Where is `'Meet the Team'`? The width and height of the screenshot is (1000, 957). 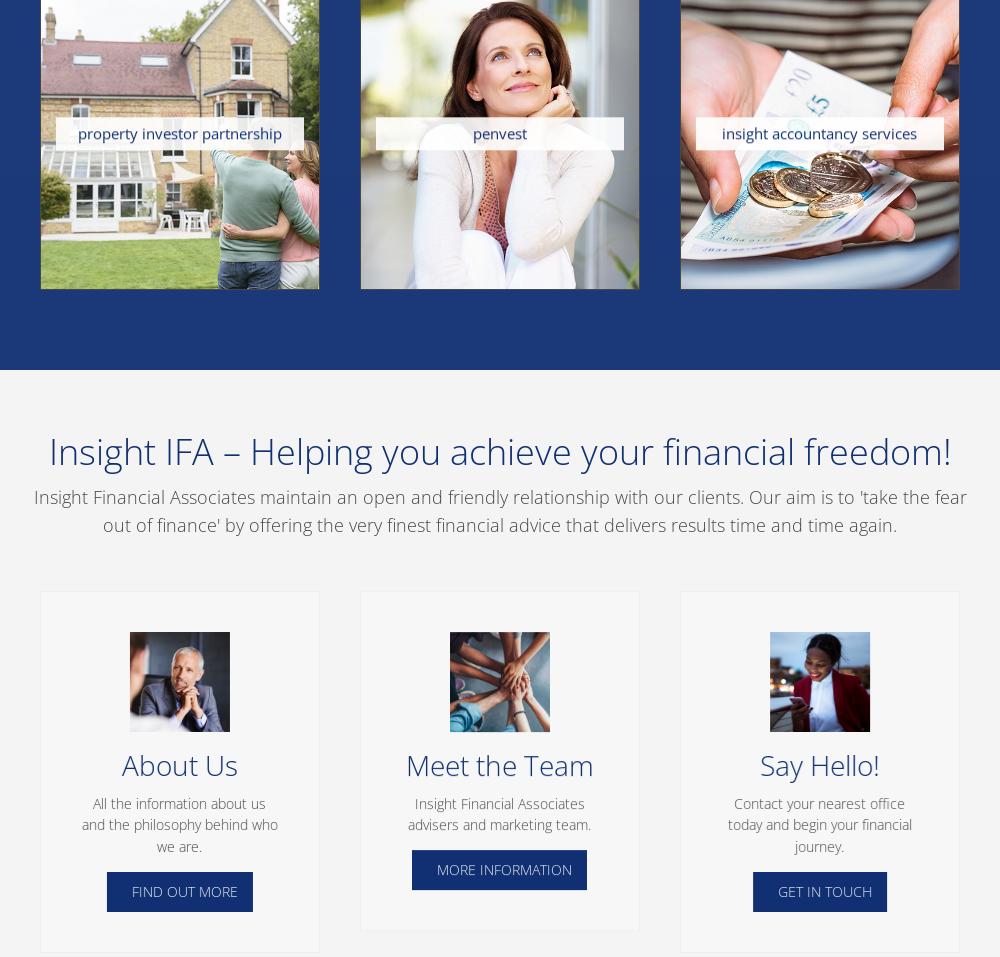 'Meet the Team' is located at coordinates (405, 765).